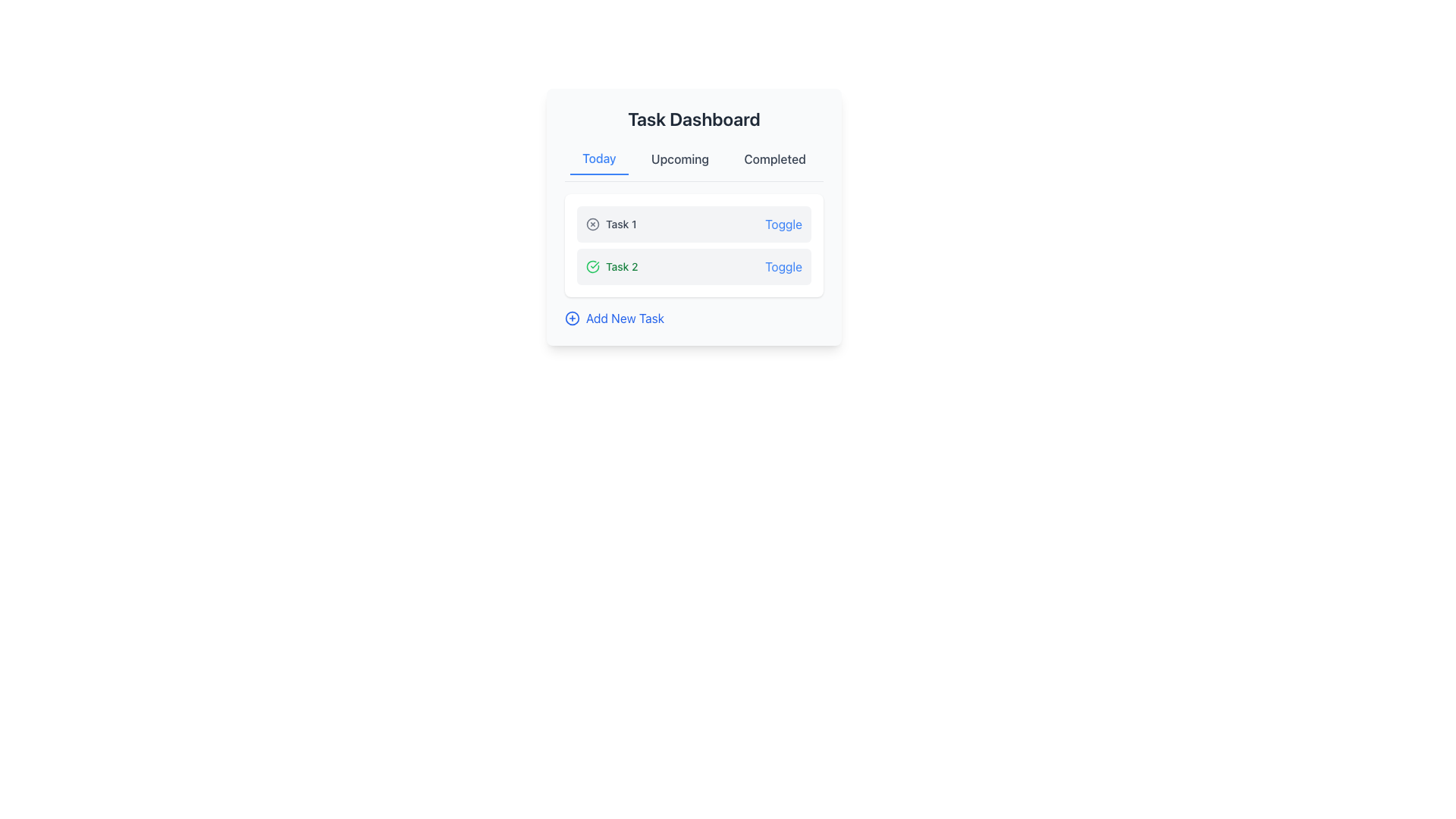 This screenshot has height=819, width=1456. I want to click on the task-specific icons located within the first list card of the 'Task Dashboard' section under the 'Today' tab, so click(693, 217).